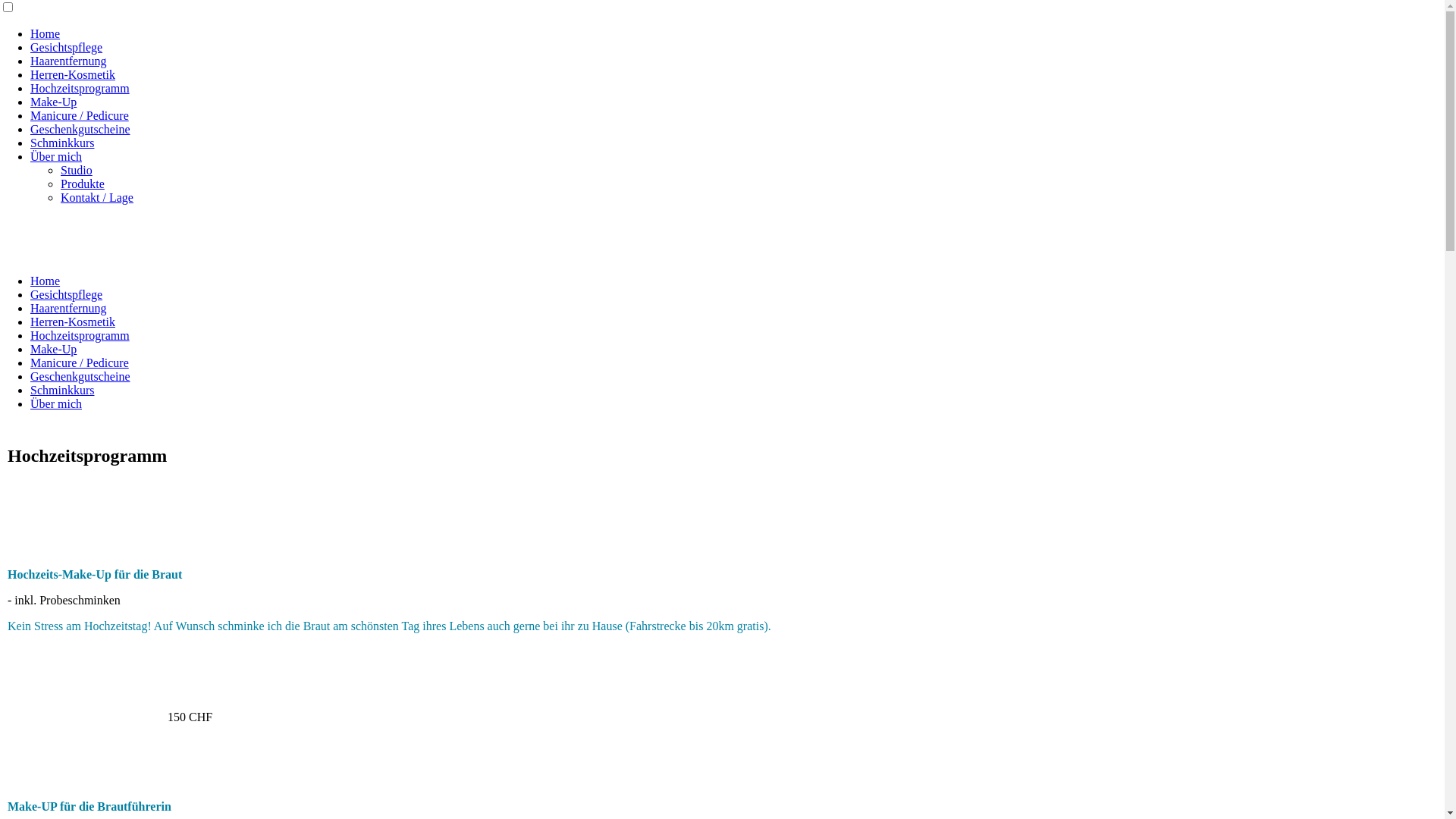  I want to click on 'Make-Up', so click(53, 349).